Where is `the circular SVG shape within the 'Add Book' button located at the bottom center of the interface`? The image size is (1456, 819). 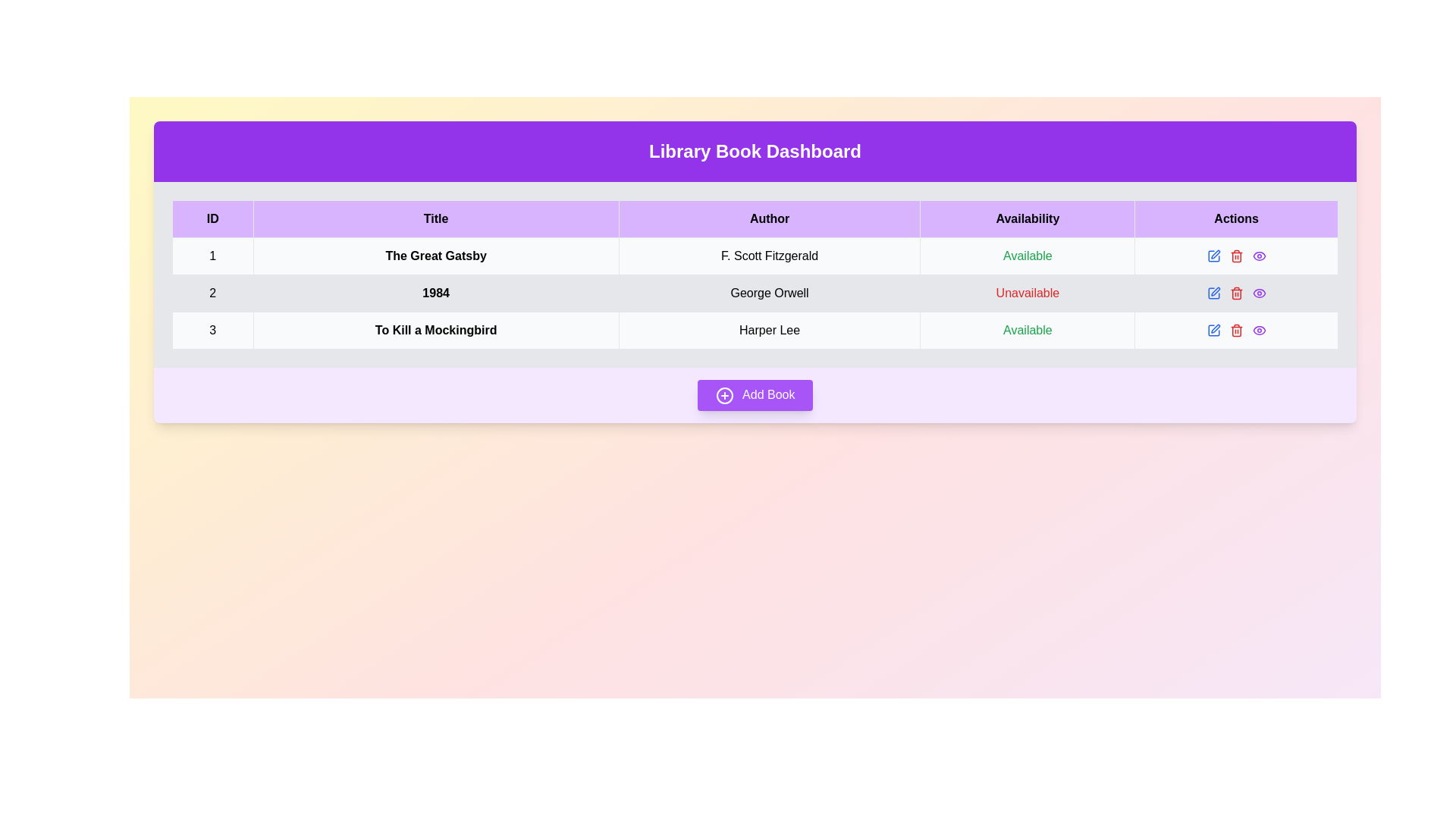 the circular SVG shape within the 'Add Book' button located at the bottom center of the interface is located at coordinates (723, 394).